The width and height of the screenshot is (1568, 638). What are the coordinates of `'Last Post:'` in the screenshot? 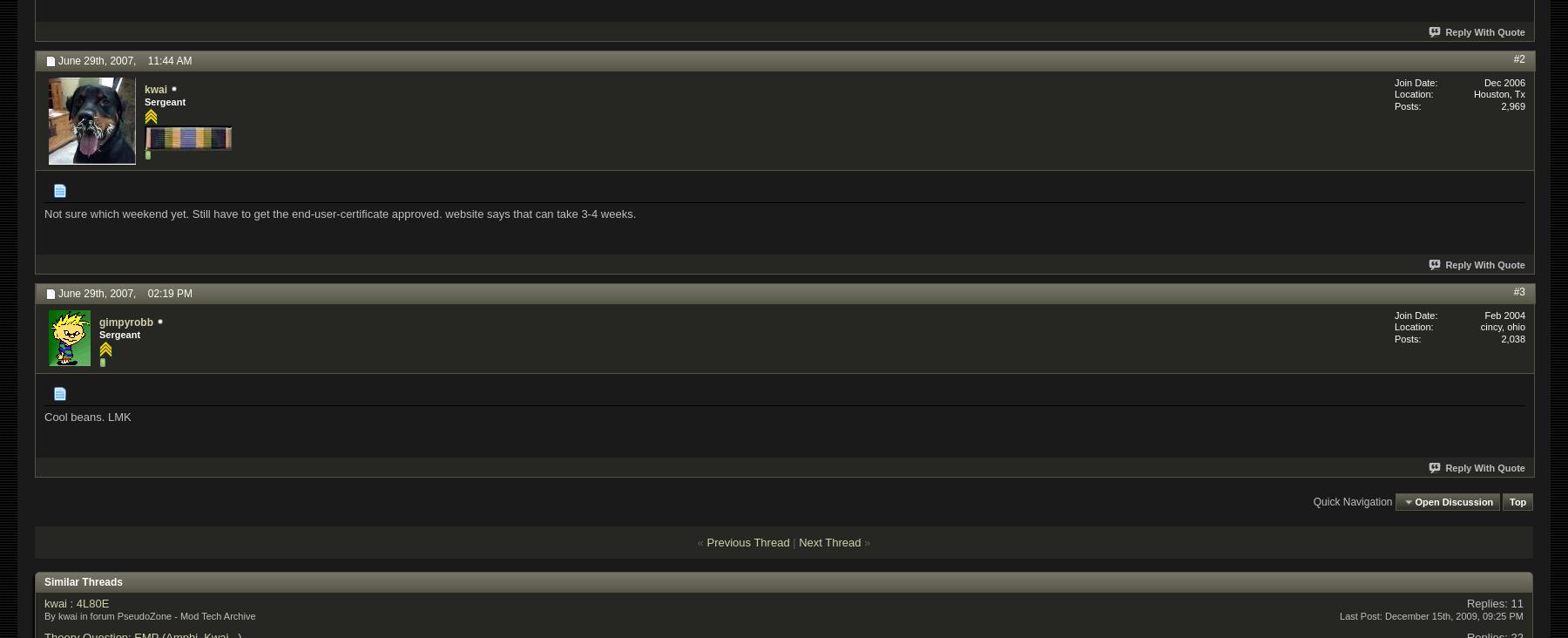 It's located at (1361, 615).